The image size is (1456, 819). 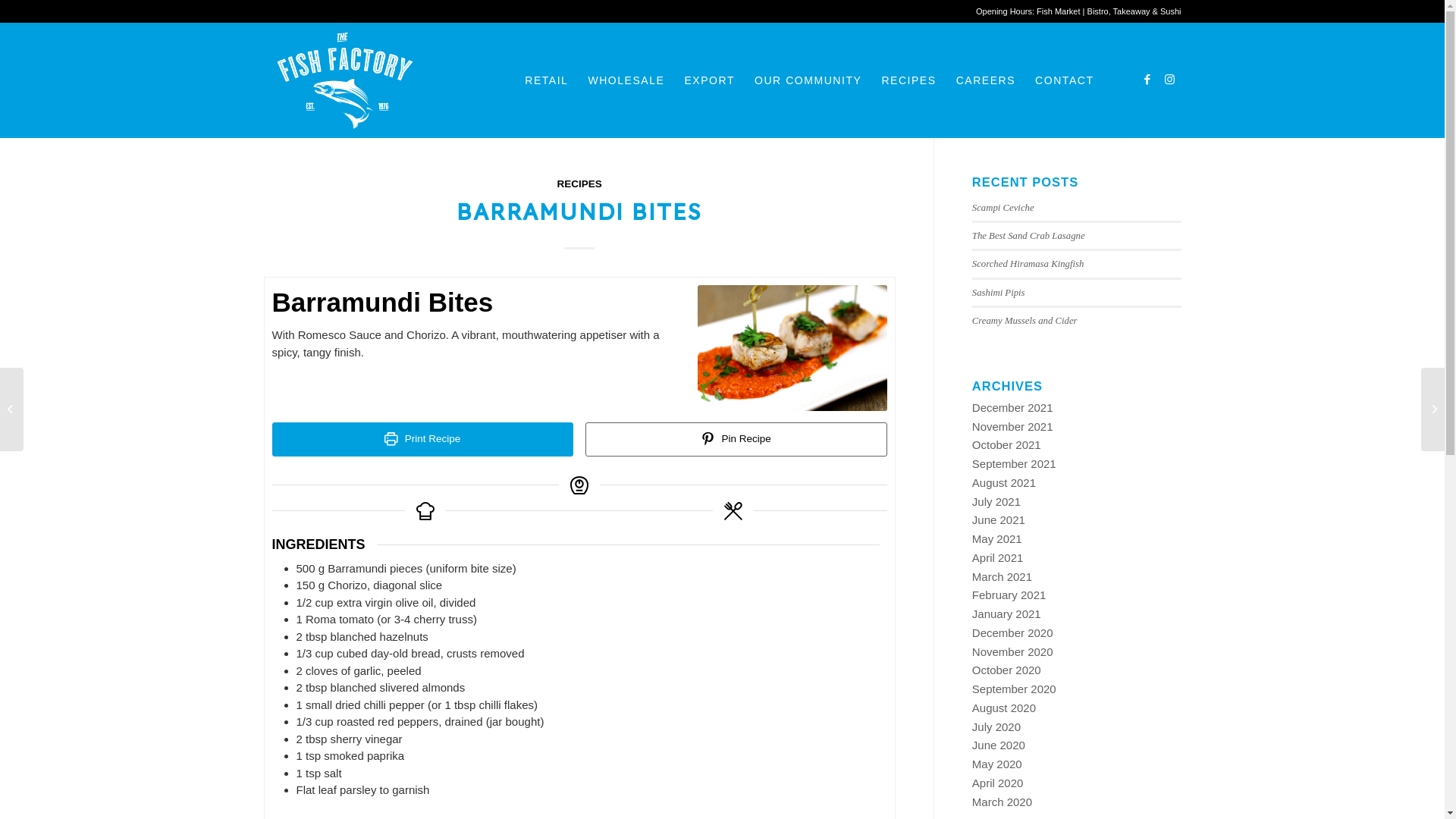 I want to click on 'December 2021', so click(x=1012, y=406).